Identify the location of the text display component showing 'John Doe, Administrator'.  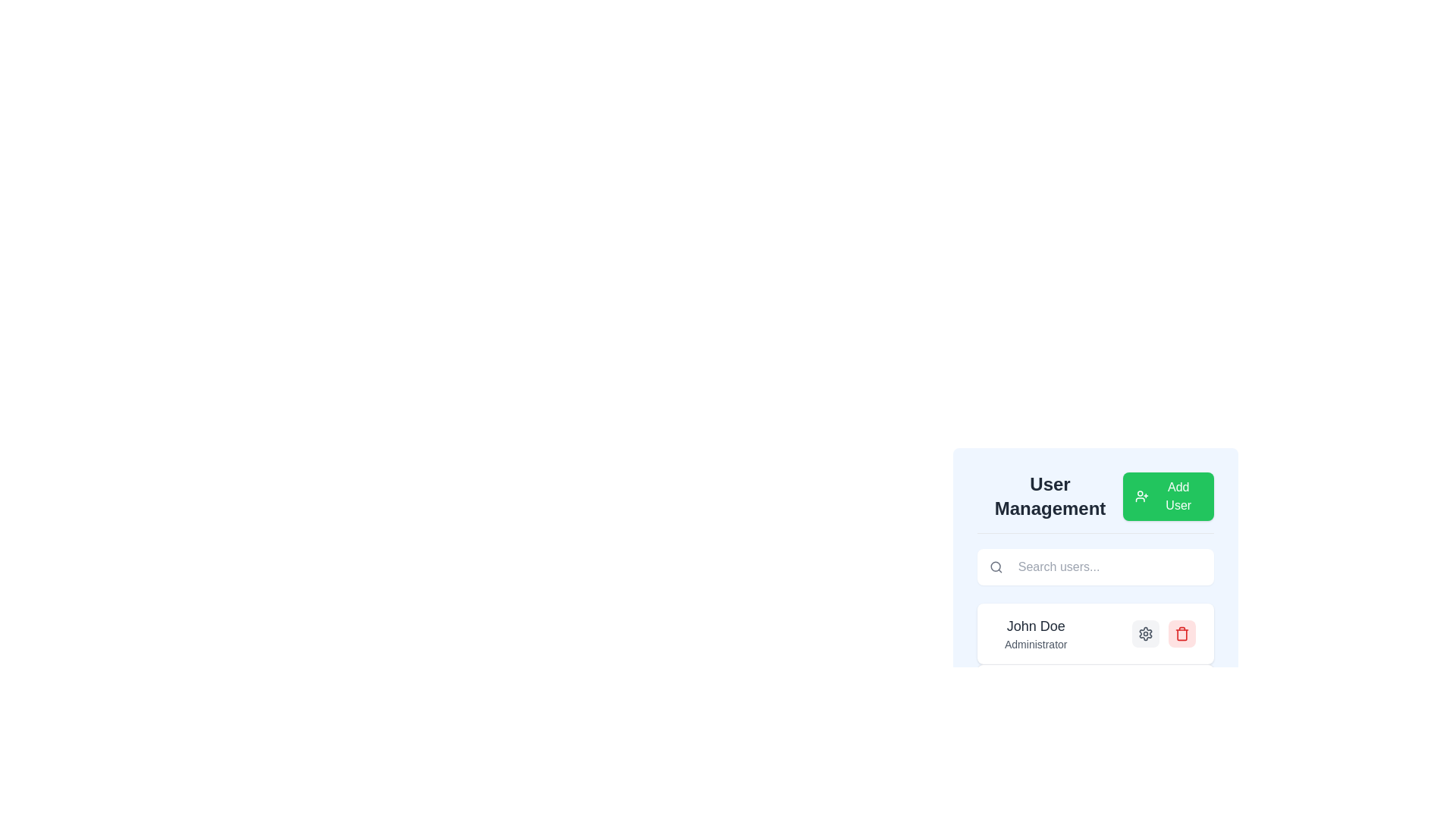
(1035, 634).